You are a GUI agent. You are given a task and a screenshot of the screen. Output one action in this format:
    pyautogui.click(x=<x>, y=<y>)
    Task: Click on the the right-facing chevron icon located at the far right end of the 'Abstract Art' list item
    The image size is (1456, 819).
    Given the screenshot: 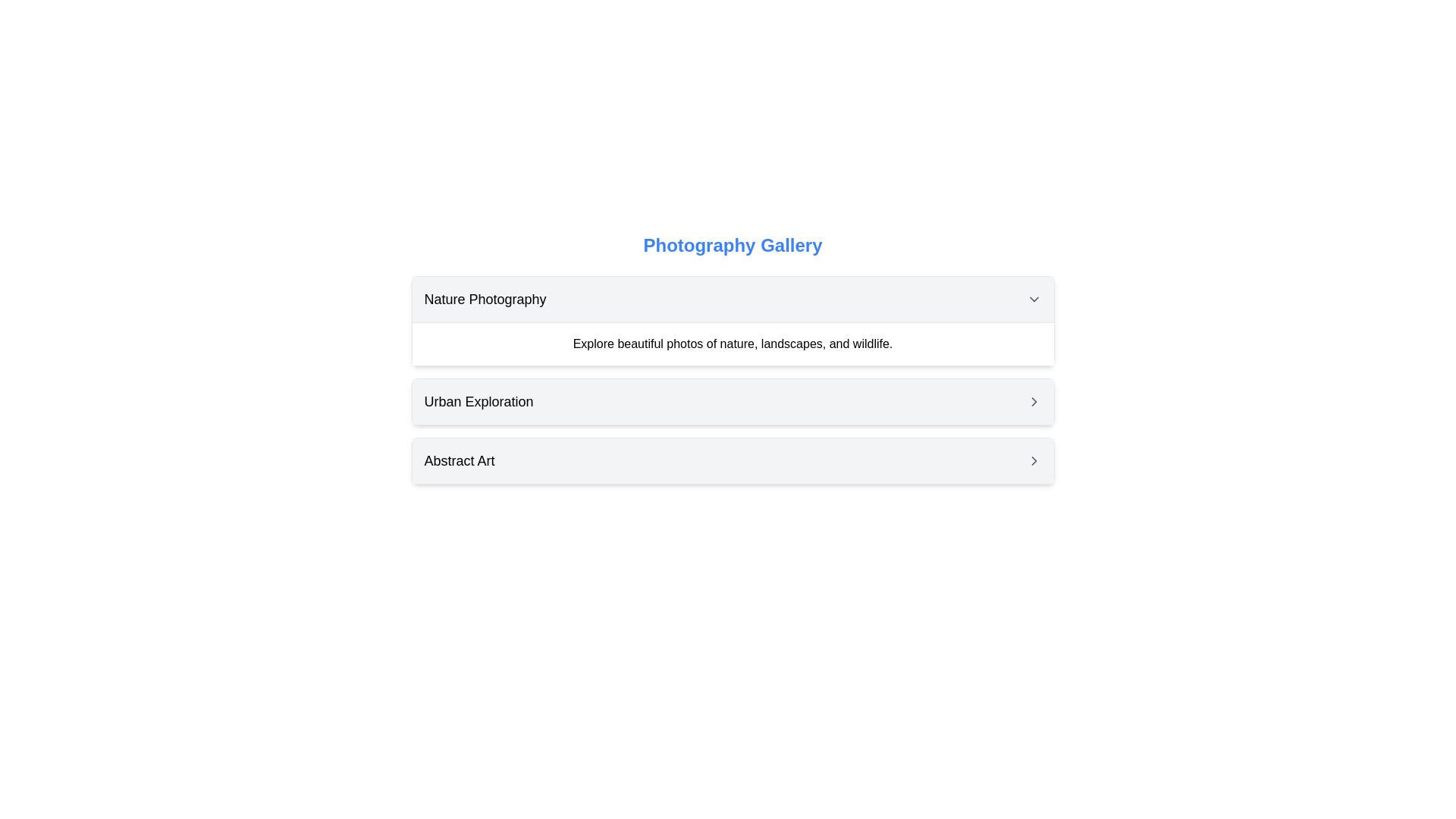 What is the action you would take?
    pyautogui.click(x=1033, y=460)
    